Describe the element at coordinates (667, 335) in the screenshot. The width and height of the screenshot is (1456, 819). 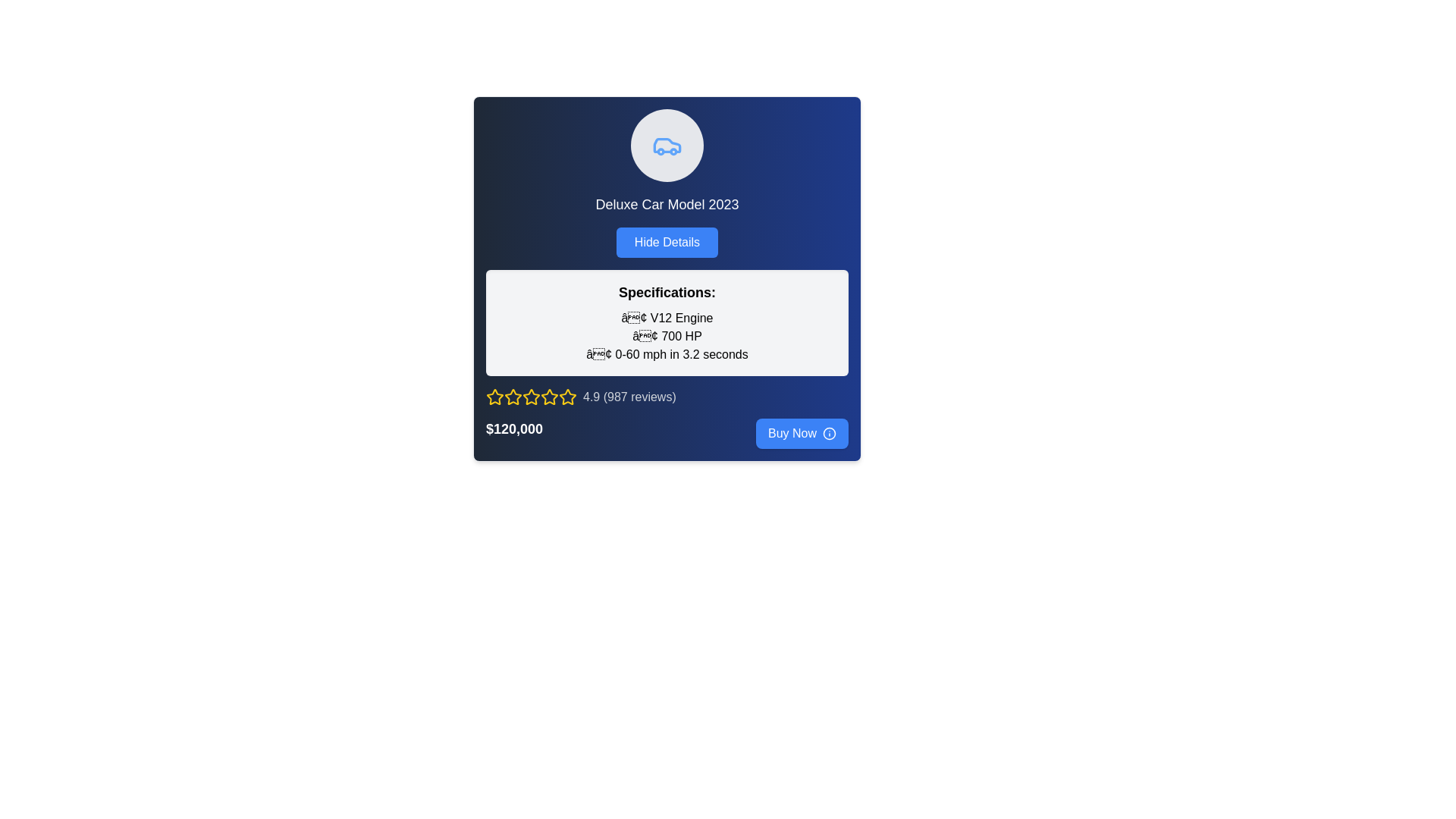
I see `the informational text that provides detailed specifications of the product, located below the 'Specifications:' text` at that location.